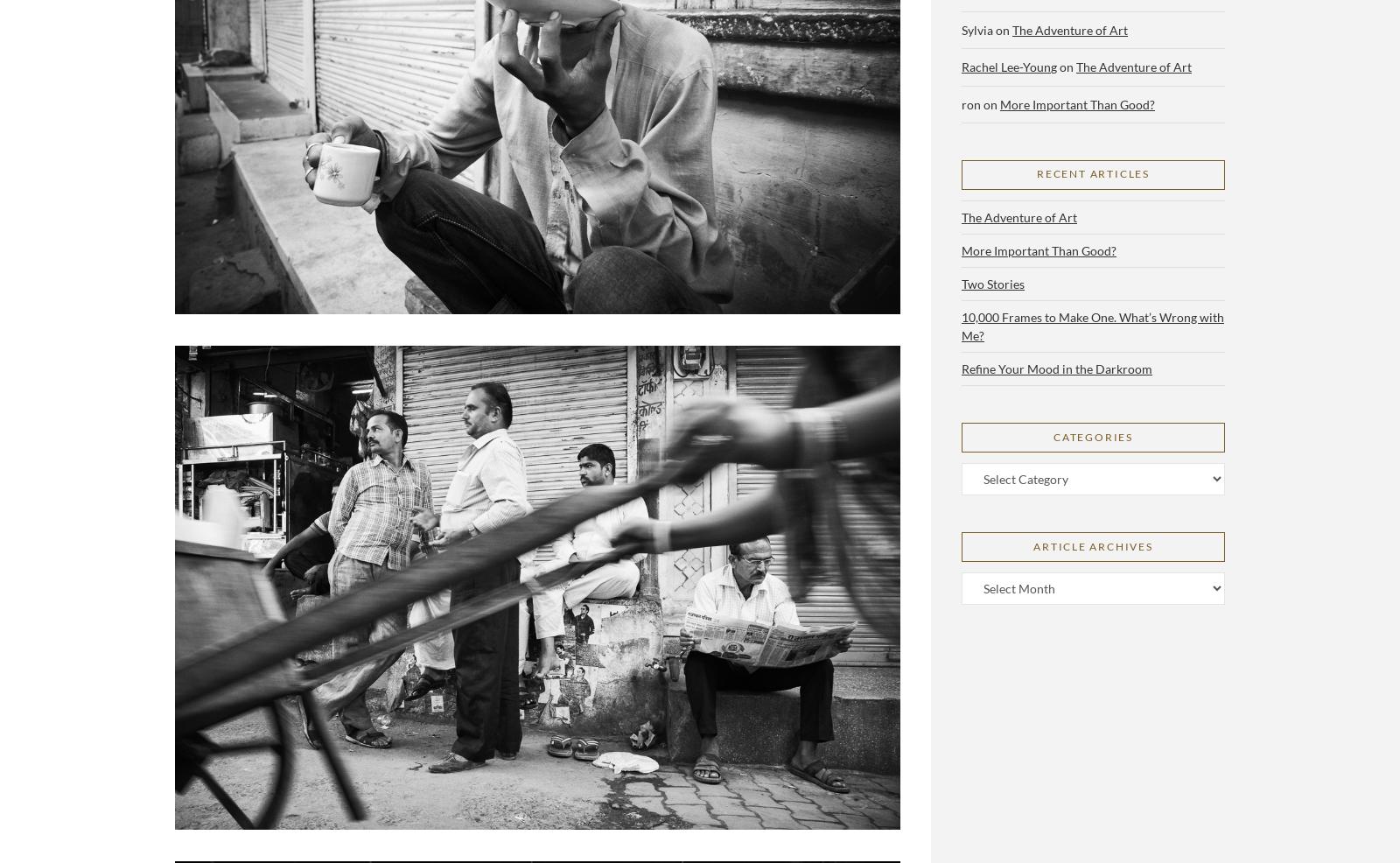 This screenshot has height=863, width=1400. I want to click on '10,000 Frames to Make One. What’s Wrong with Me?', so click(1091, 325).